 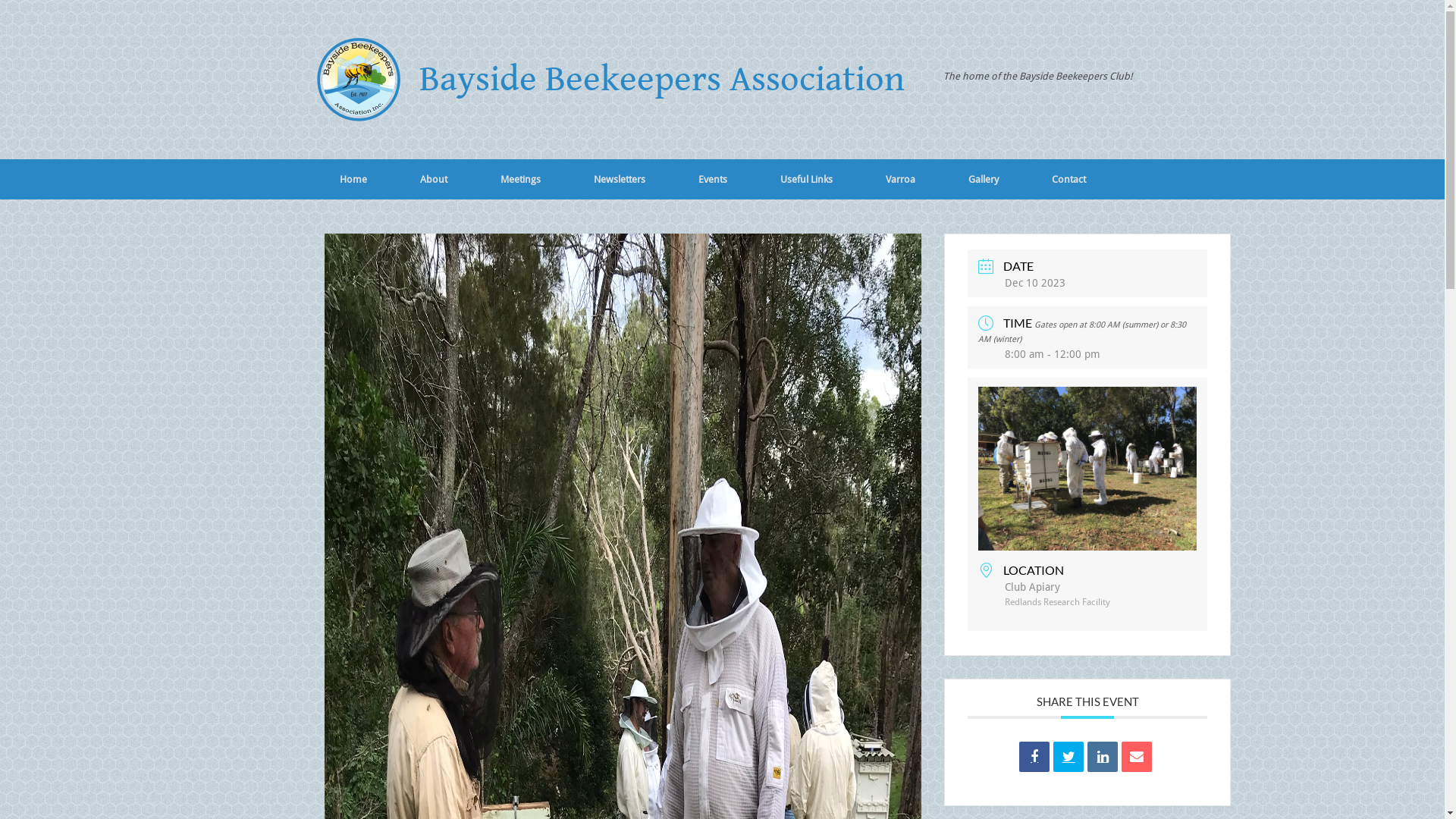 What do you see at coordinates (899, 178) in the screenshot?
I see `'Varroa'` at bounding box center [899, 178].